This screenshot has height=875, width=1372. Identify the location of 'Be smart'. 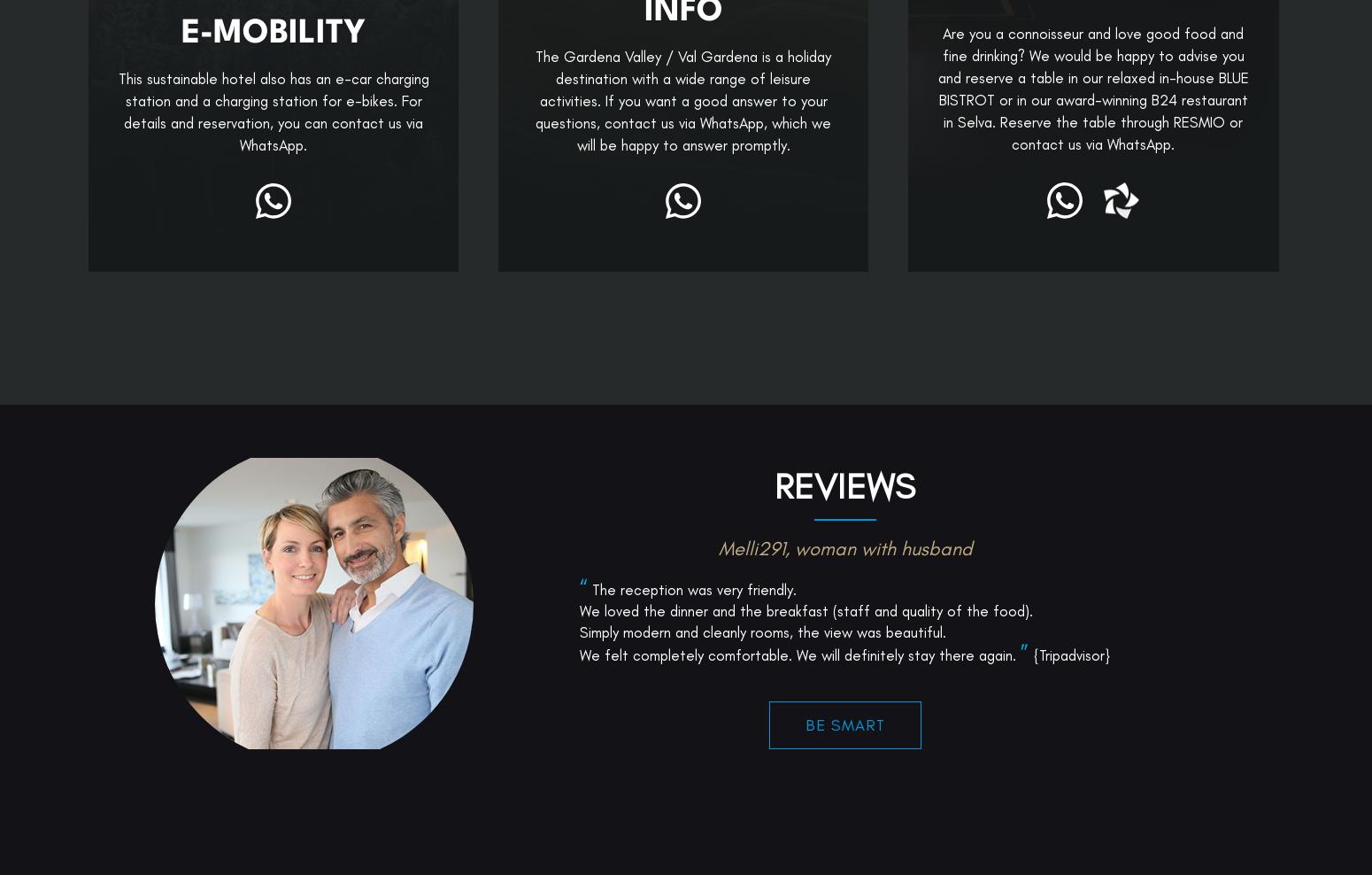
(844, 853).